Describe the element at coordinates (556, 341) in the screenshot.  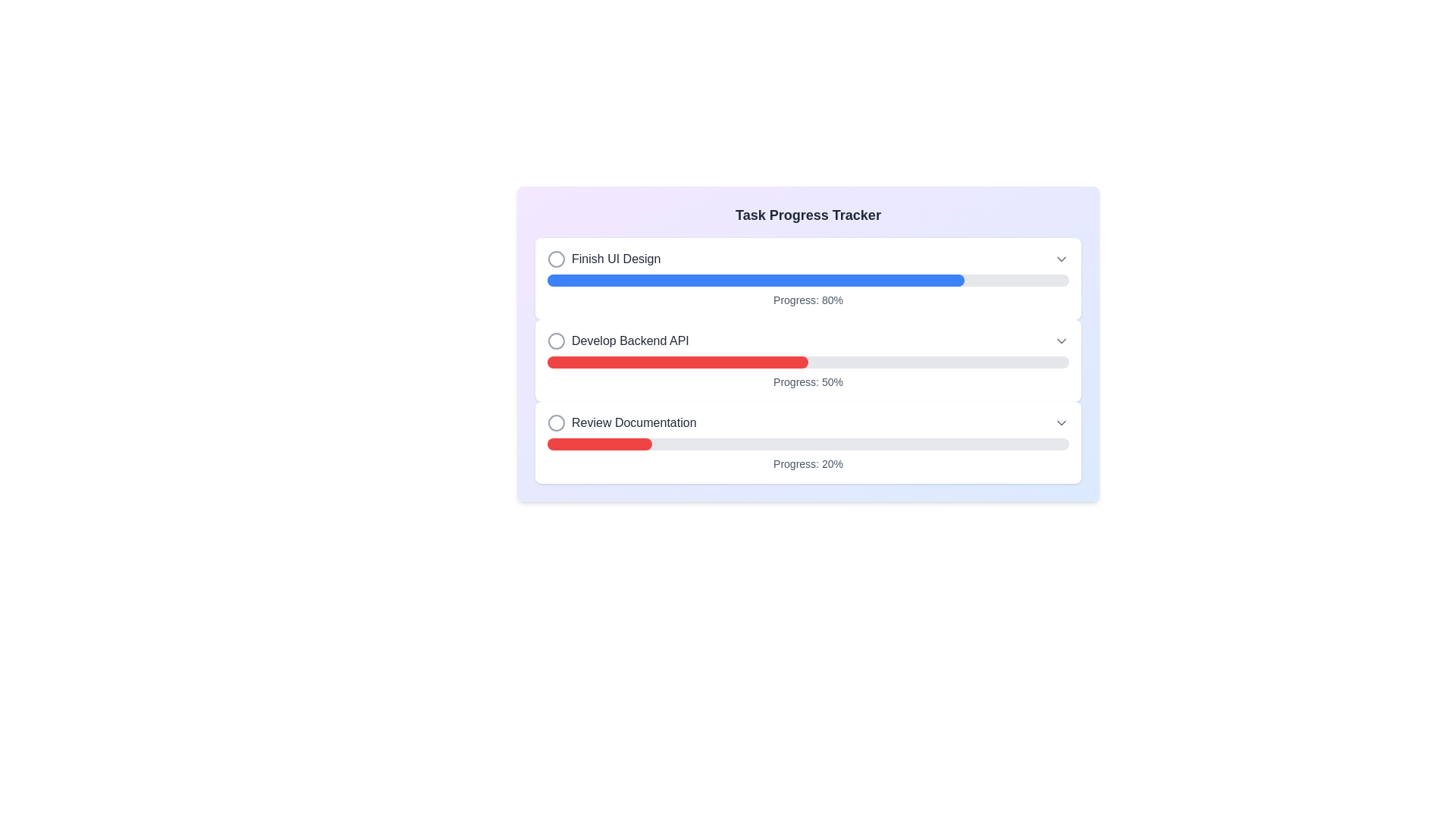
I see `the circle SVG graphic element with a radius of 10 units, located near the left side of the 'Develop Backend API' task entry on the progress tracker interface` at that location.